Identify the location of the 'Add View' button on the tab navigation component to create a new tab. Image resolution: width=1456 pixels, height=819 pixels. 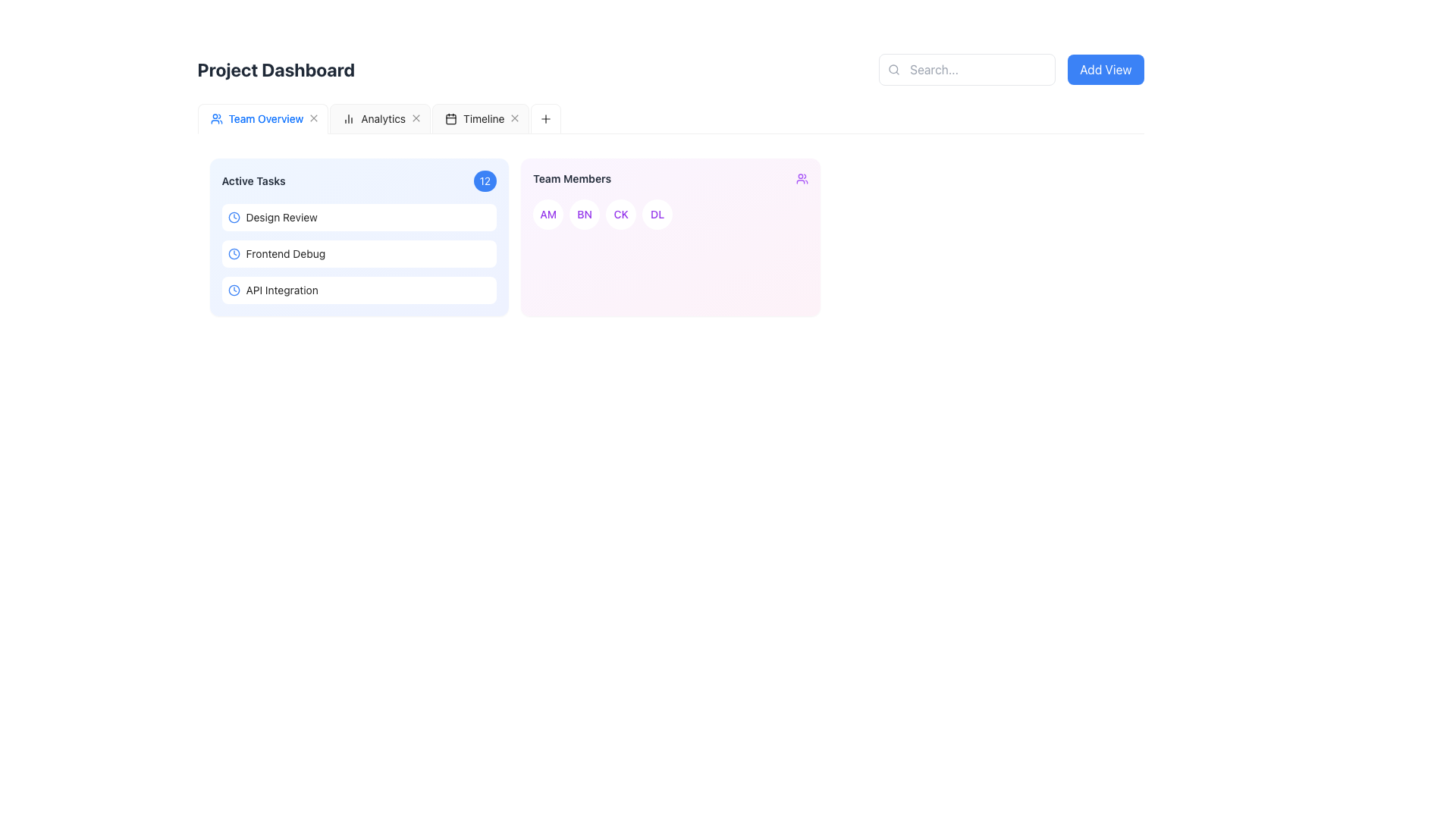
(670, 118).